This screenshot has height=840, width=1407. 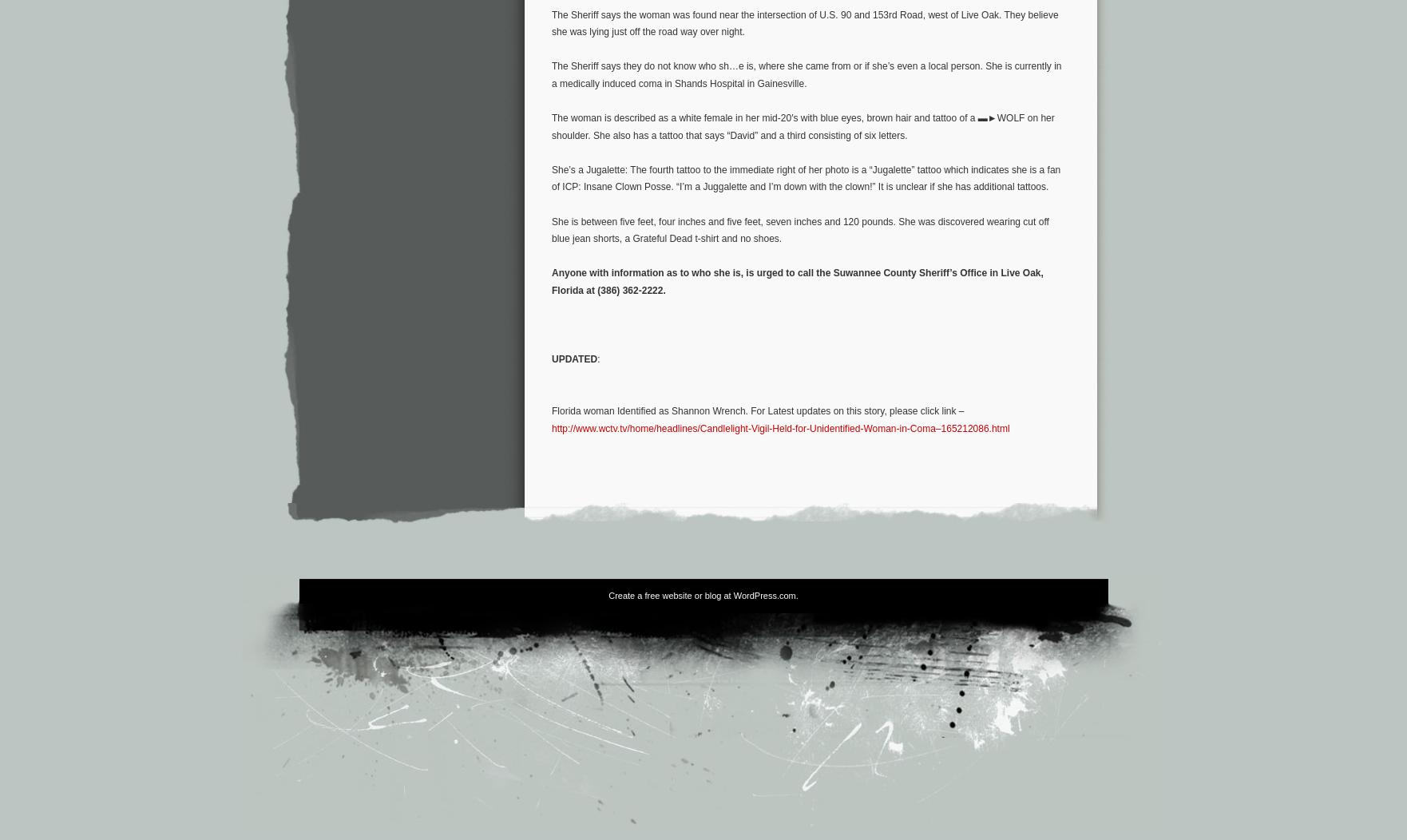 What do you see at coordinates (573, 359) in the screenshot?
I see `'UPDATED'` at bounding box center [573, 359].